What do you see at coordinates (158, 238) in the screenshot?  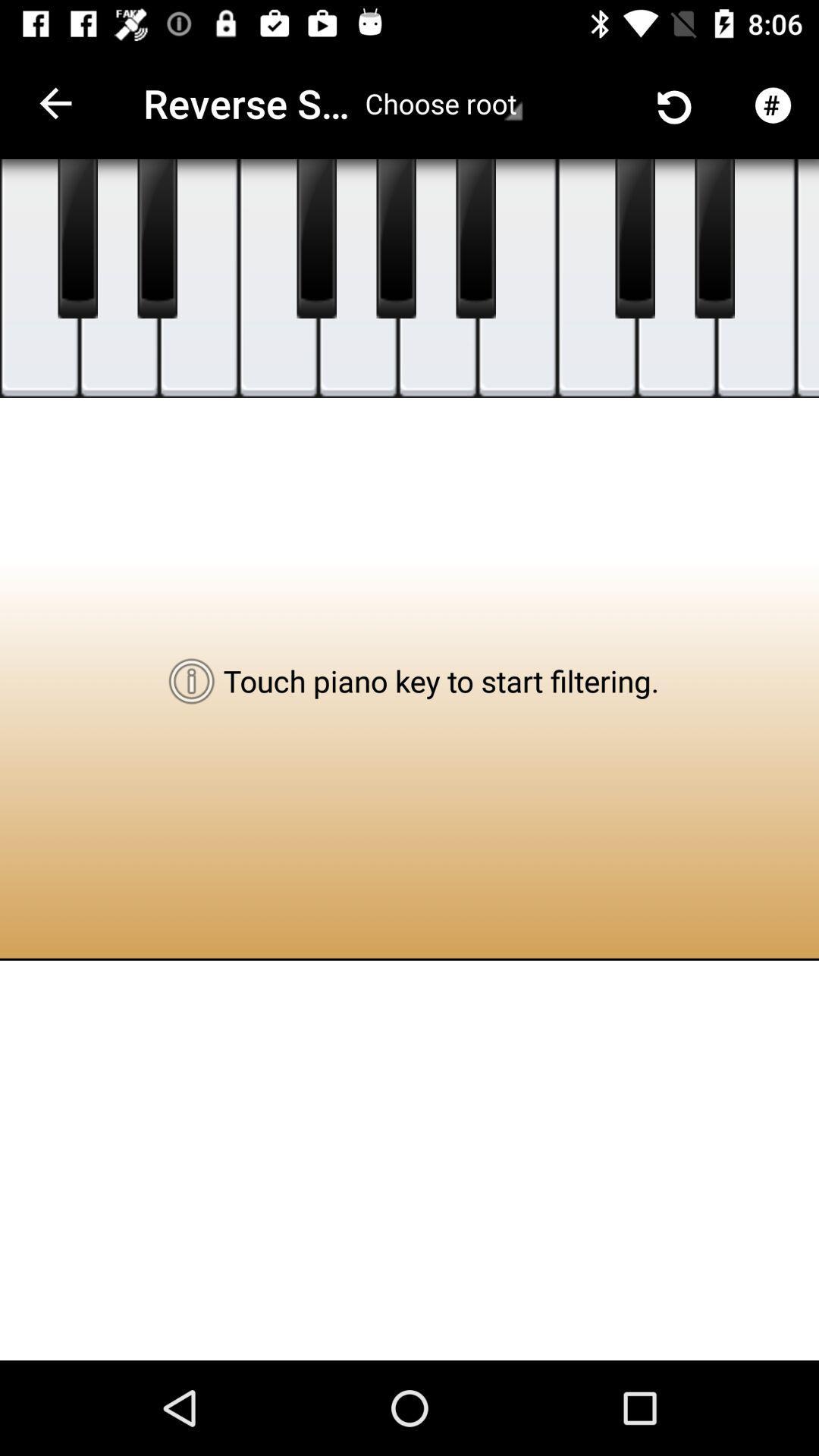 I see `the second black colour tile from the left hand side` at bounding box center [158, 238].